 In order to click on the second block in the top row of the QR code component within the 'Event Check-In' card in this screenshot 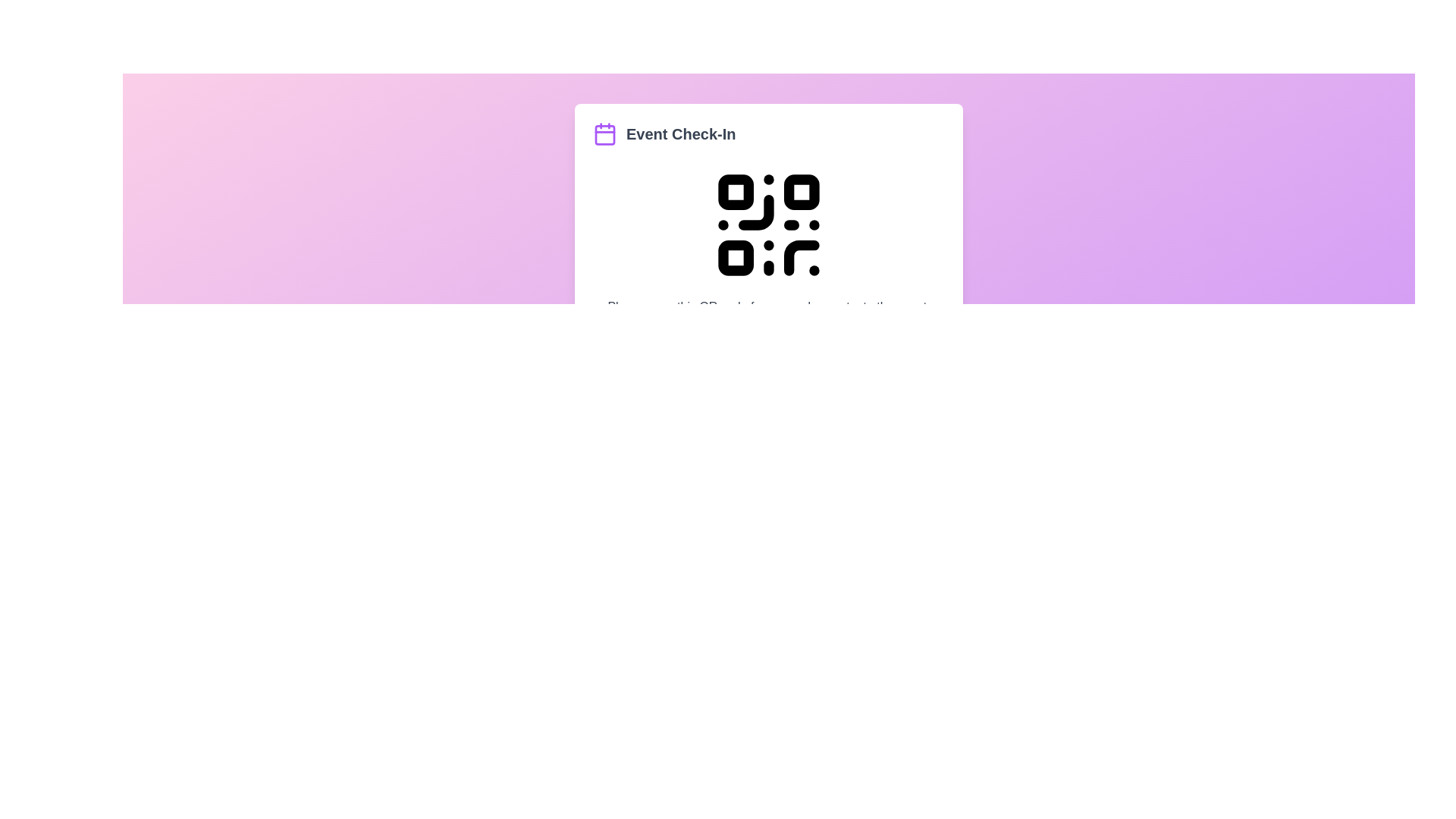, I will do `click(801, 191)`.